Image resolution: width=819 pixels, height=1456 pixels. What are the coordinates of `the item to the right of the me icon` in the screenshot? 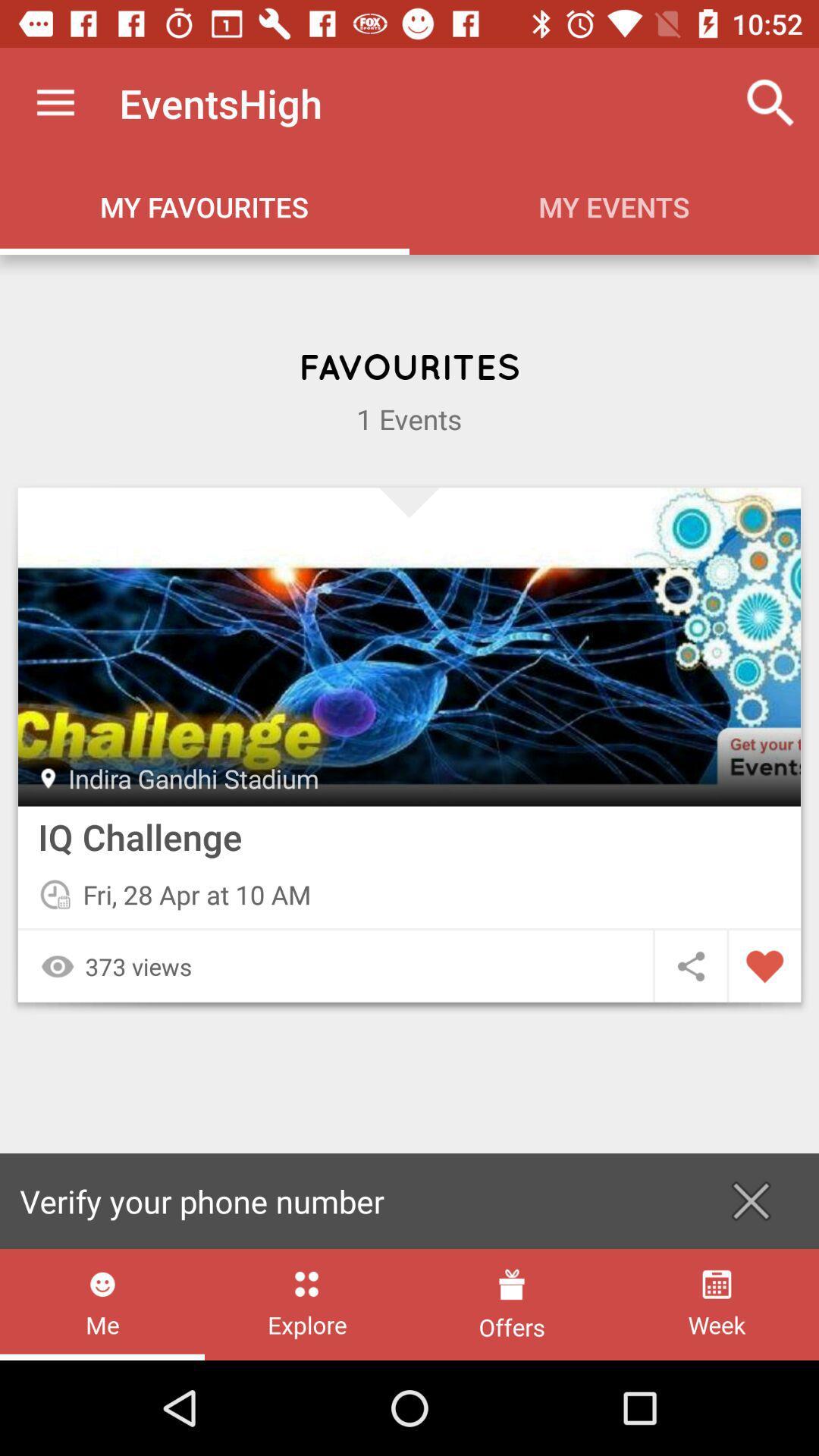 It's located at (307, 1304).